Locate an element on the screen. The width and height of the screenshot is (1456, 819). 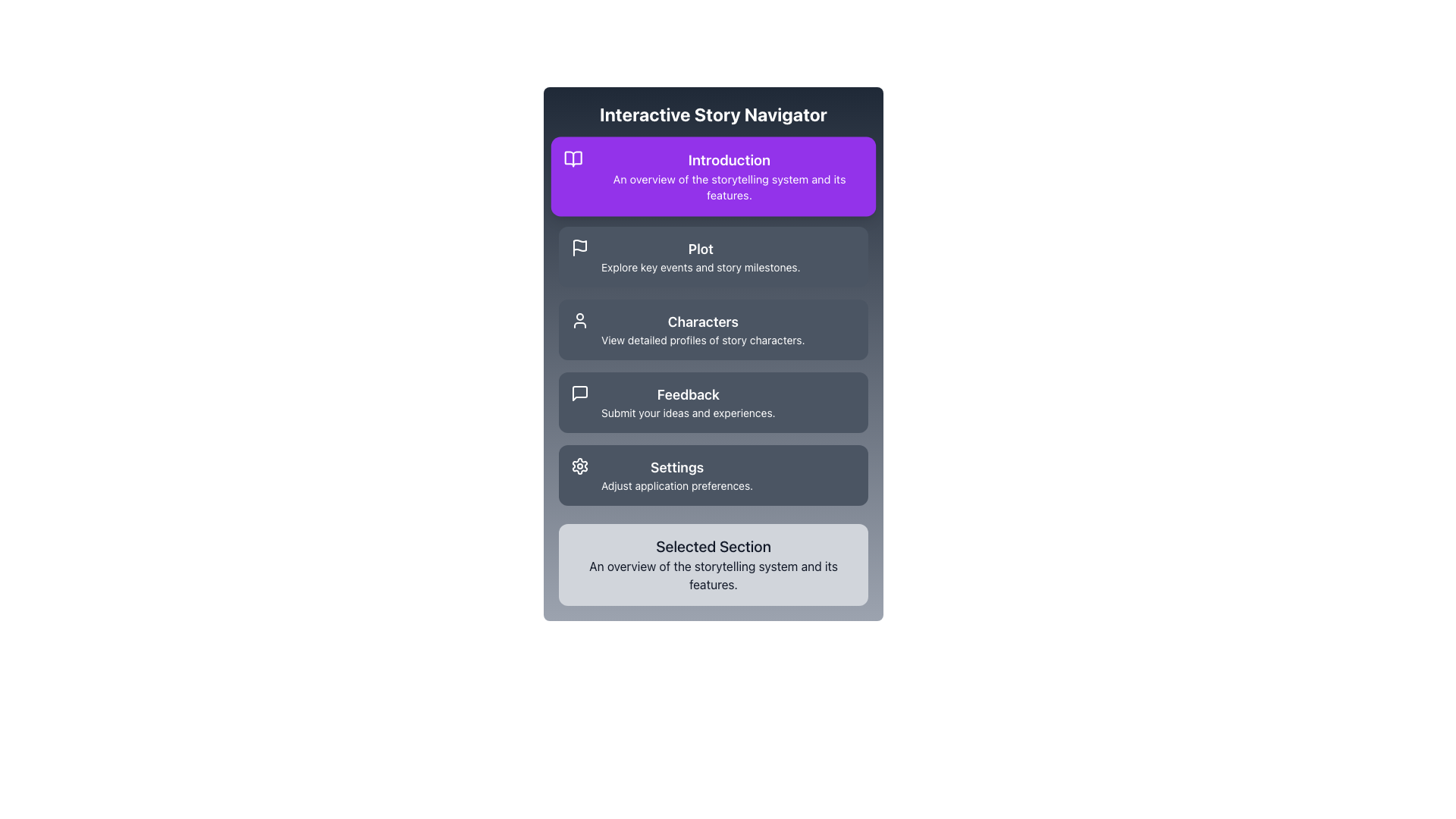
the text label that reads 'Explore key events and story milestones.' located directly beneath the 'Plot' section title in the navigation menu is located at coordinates (700, 267).